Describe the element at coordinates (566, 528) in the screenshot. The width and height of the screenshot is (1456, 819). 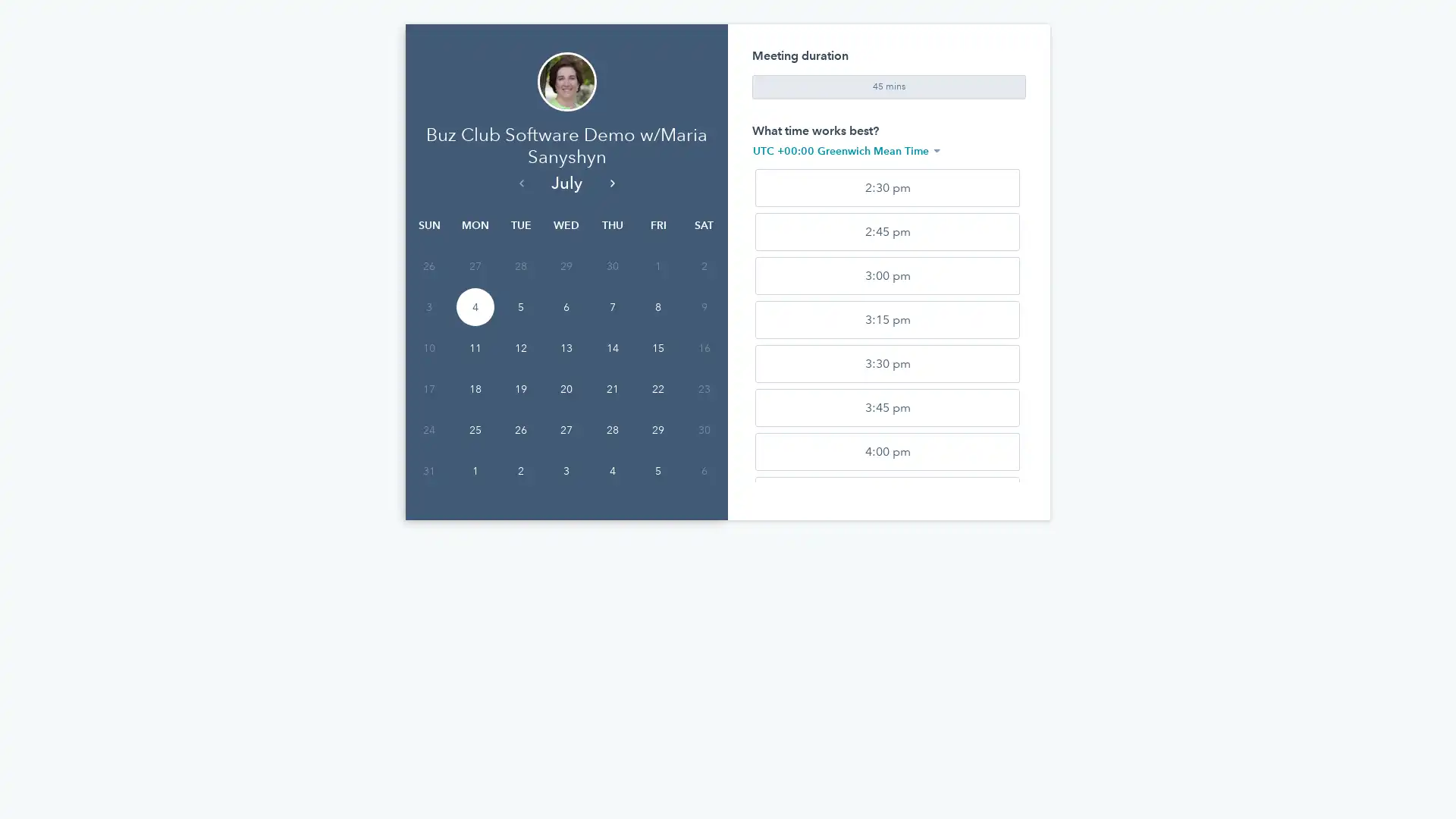
I see `August 3rd` at that location.